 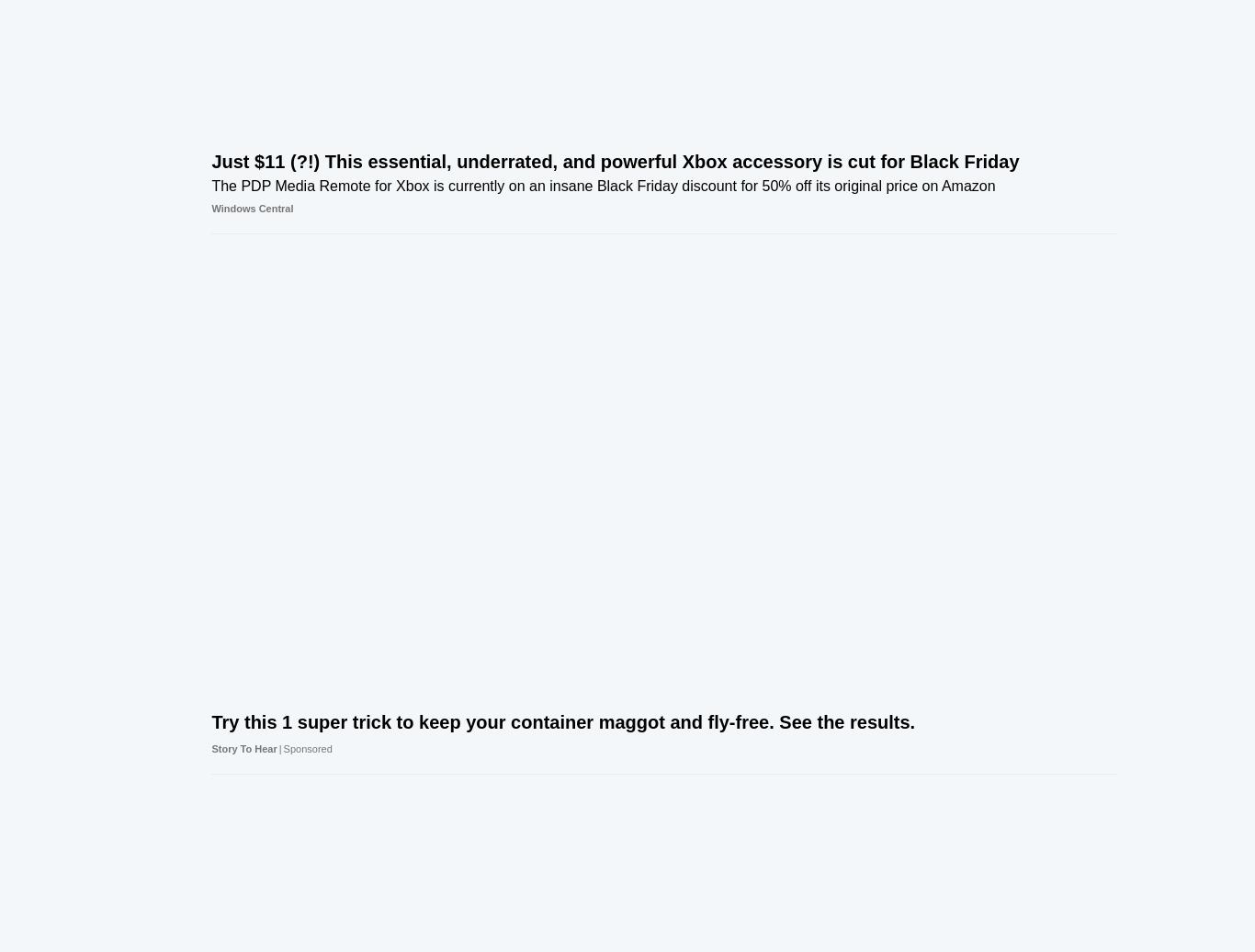 I want to click on 'OneDrive is about to get one of its biggest updates ever, and it's all about the web and AI', so click(x=521, y=169).